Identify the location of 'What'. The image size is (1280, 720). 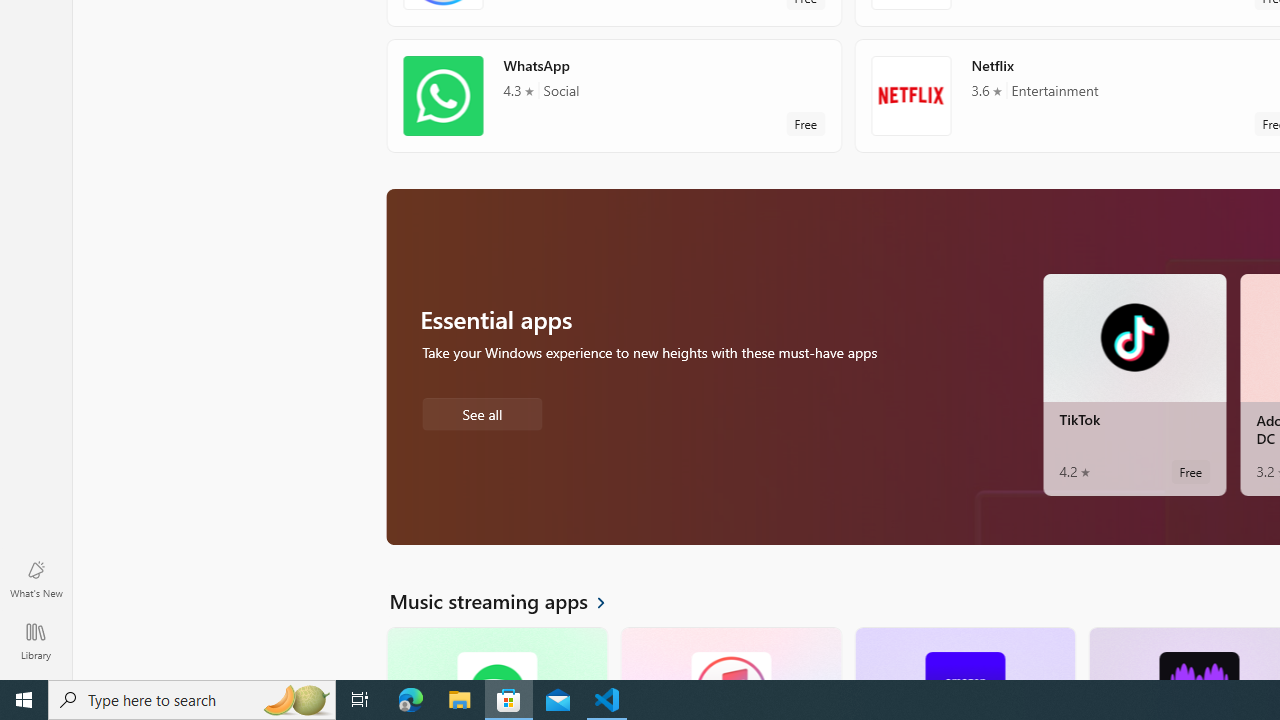
(35, 578).